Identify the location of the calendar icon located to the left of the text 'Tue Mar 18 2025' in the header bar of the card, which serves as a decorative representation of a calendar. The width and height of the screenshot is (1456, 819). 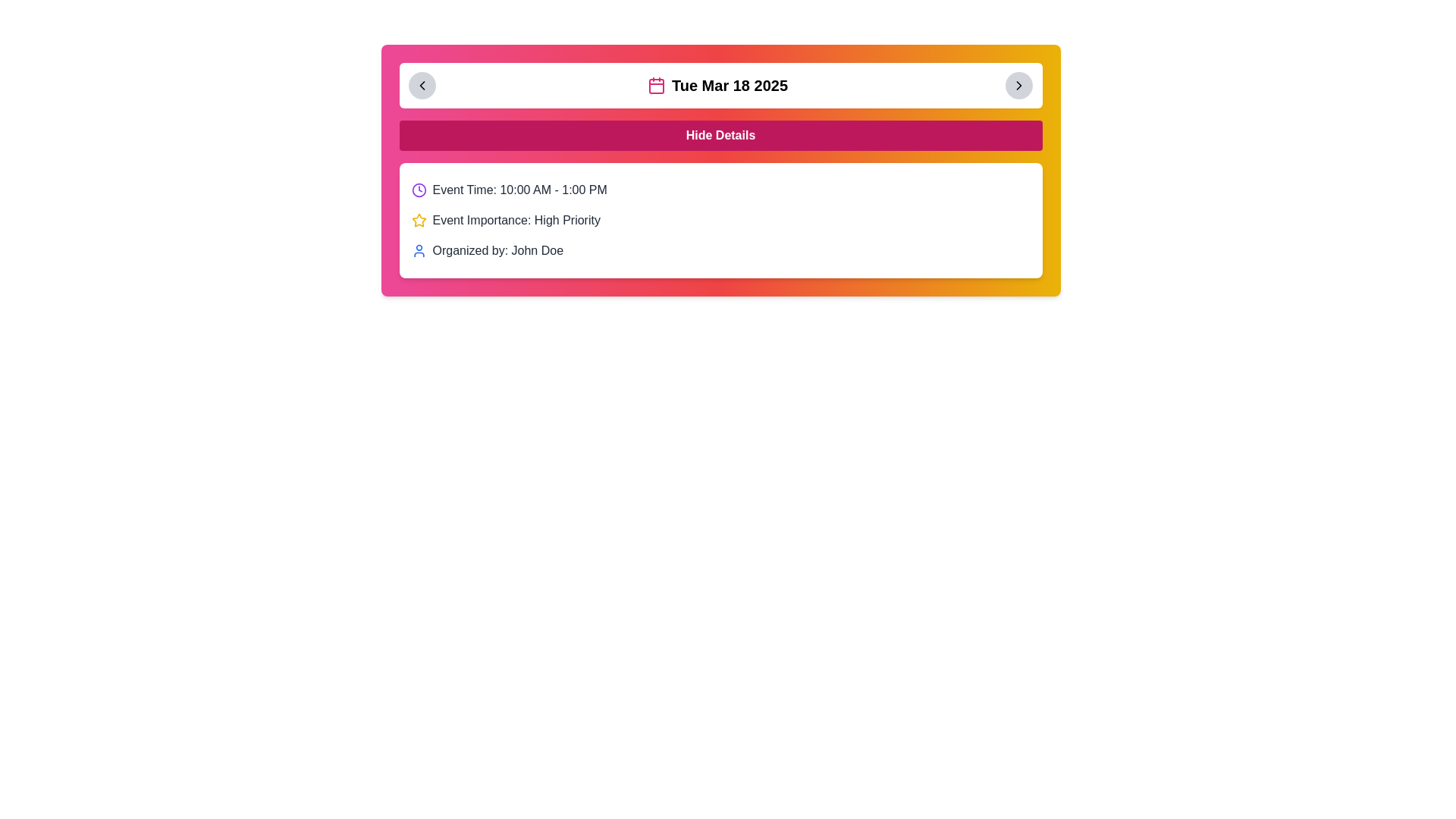
(656, 85).